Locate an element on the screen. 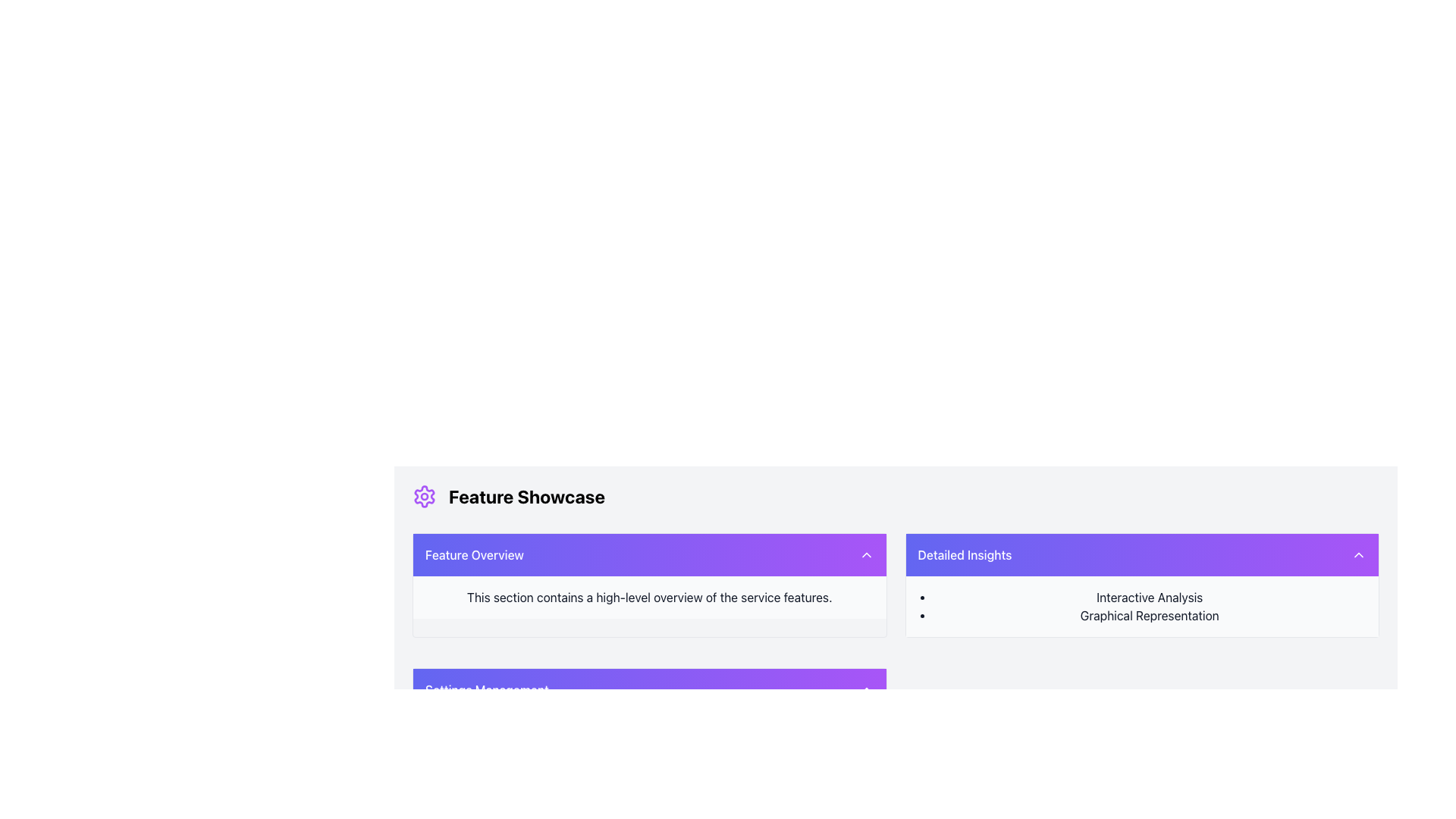  one of the bullet points in the 'Detailed Insights' section, specifically on the bullet-point list containing 'Interactive Analysis' and 'Graphical Representation' is located at coordinates (1142, 605).